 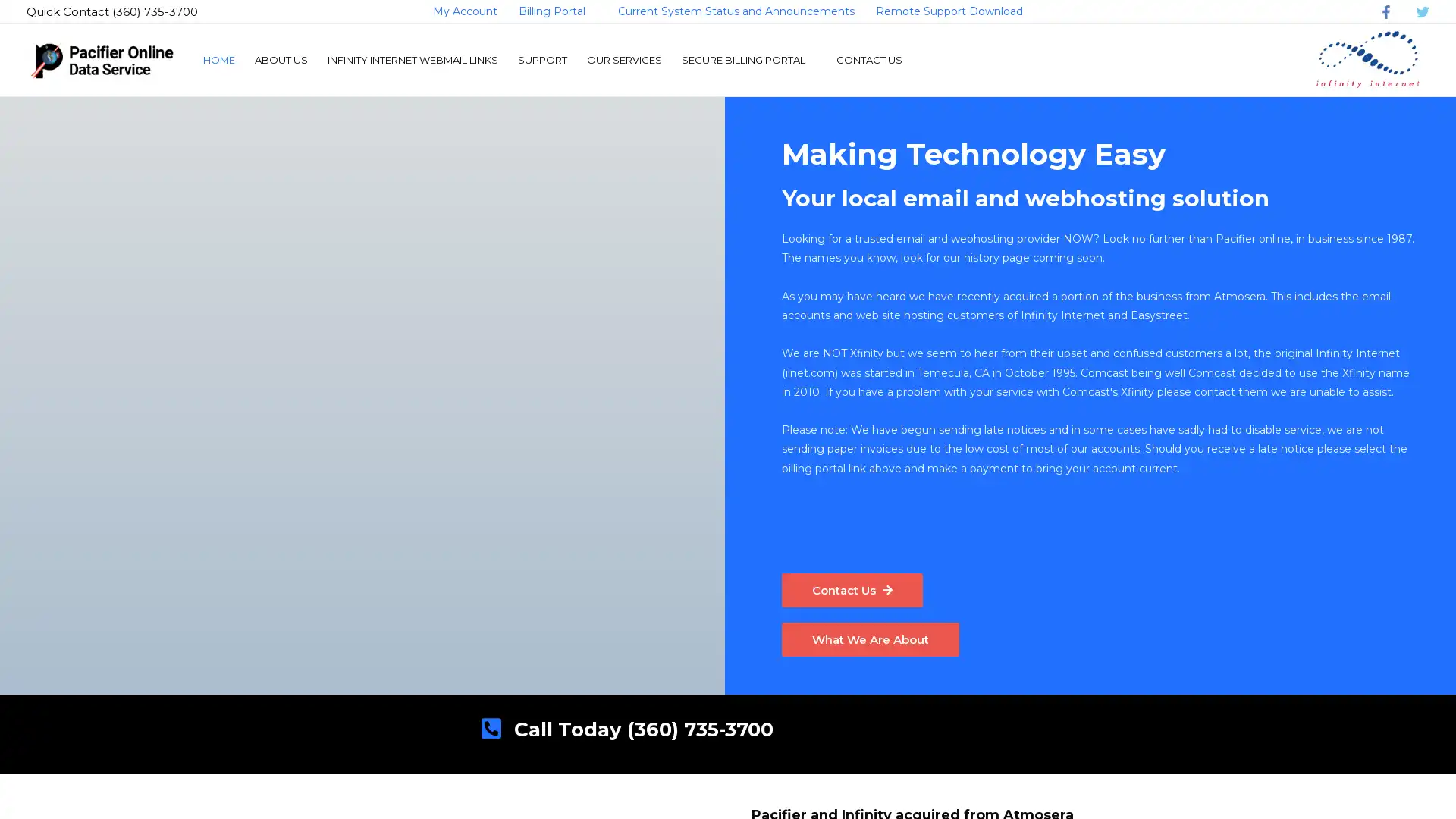 What do you see at coordinates (855, 590) in the screenshot?
I see `Contact Us` at bounding box center [855, 590].